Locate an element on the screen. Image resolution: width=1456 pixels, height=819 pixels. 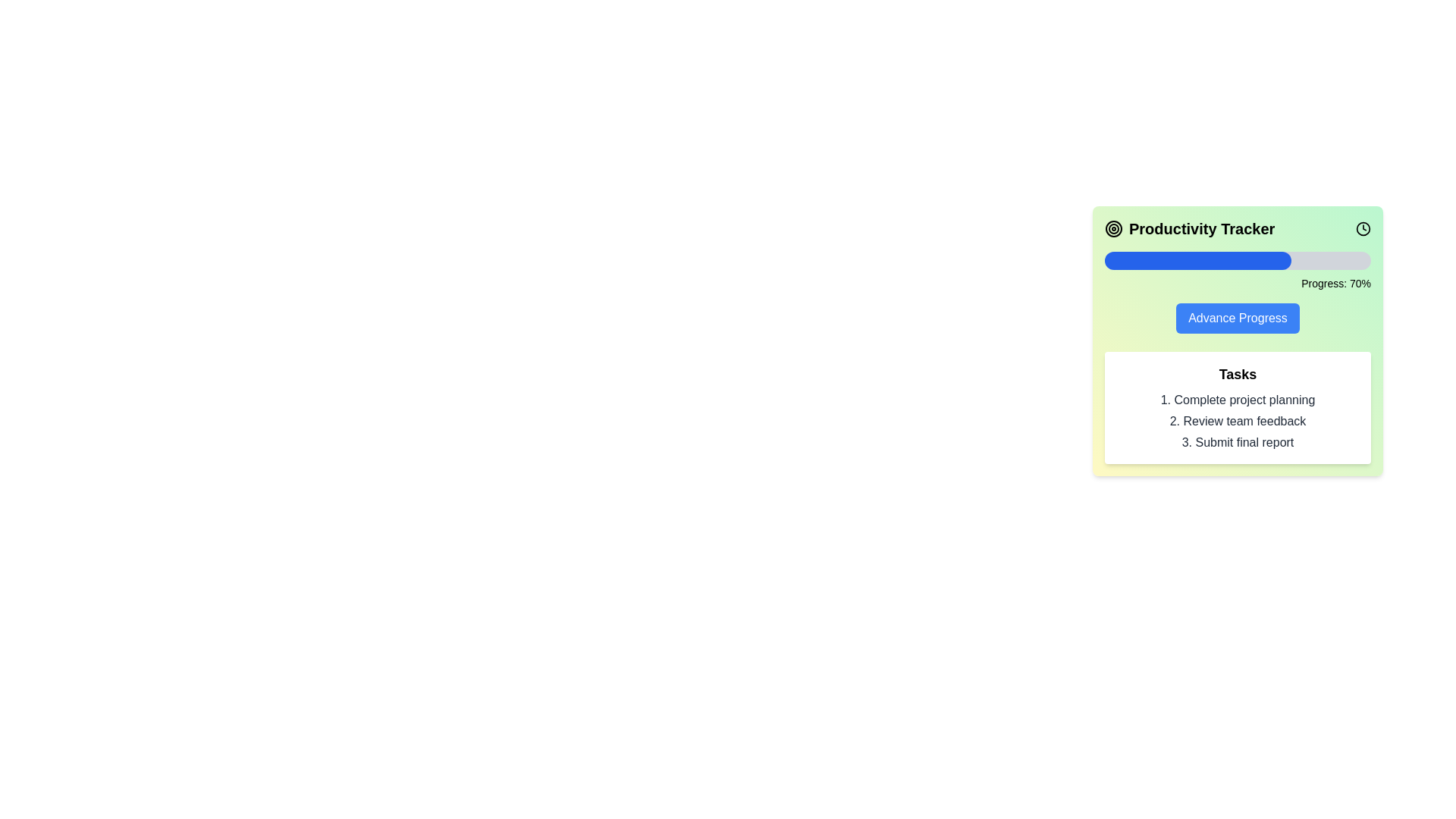
the clock icon located at the top-right corner of the 'Productivity Tracker' feature, which serves as a visual indicator for time-related aspects is located at coordinates (1363, 228).